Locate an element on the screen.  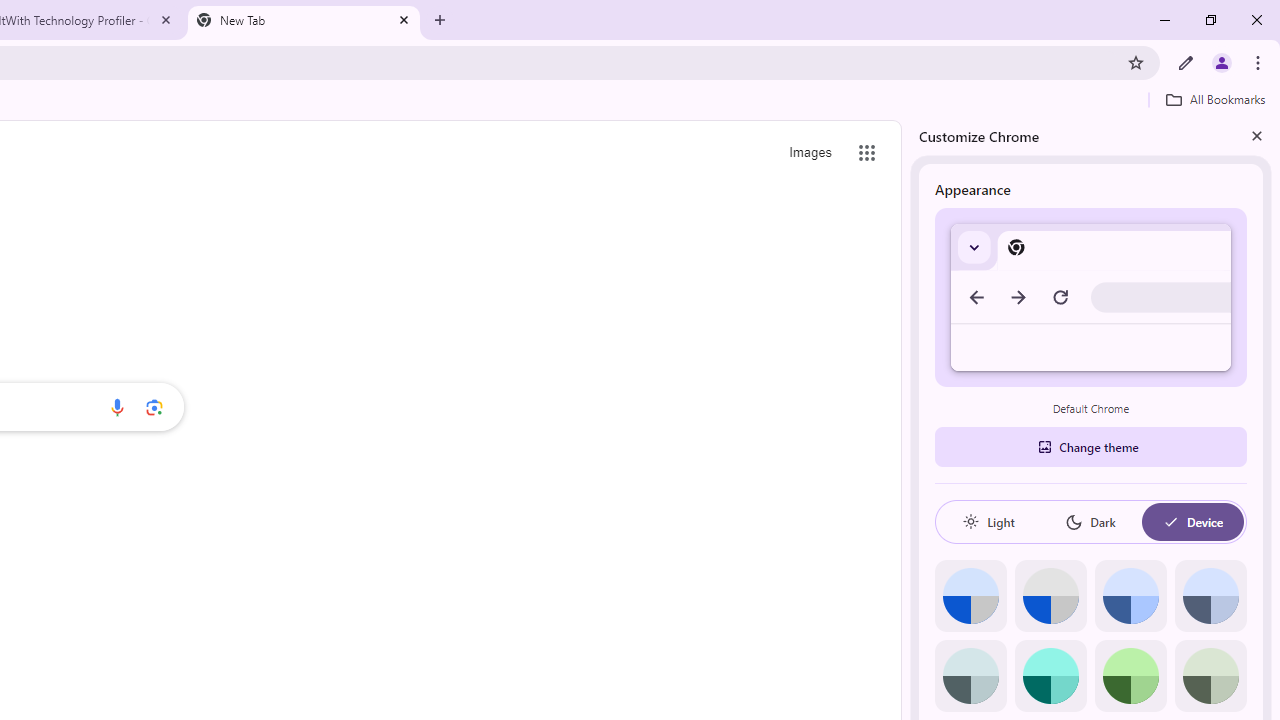
'New Tab' is located at coordinates (303, 20).